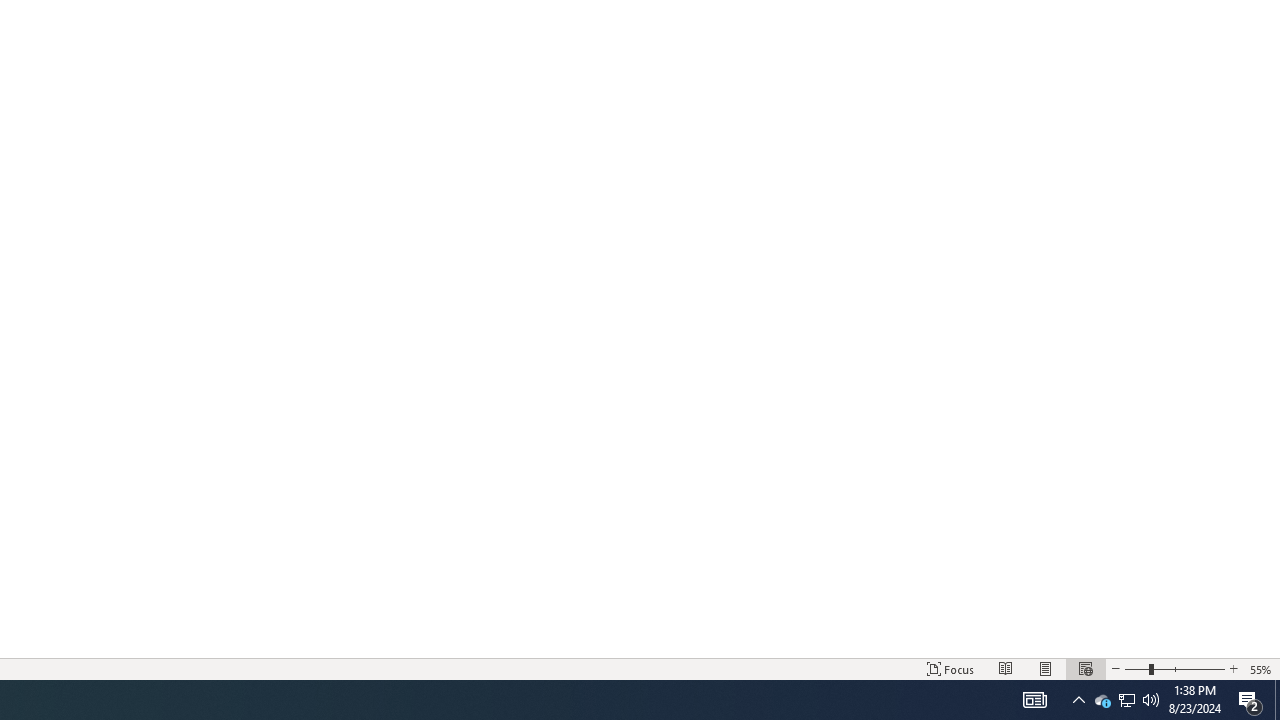  Describe the element at coordinates (1260, 669) in the screenshot. I see `'Zoom 55%'` at that location.